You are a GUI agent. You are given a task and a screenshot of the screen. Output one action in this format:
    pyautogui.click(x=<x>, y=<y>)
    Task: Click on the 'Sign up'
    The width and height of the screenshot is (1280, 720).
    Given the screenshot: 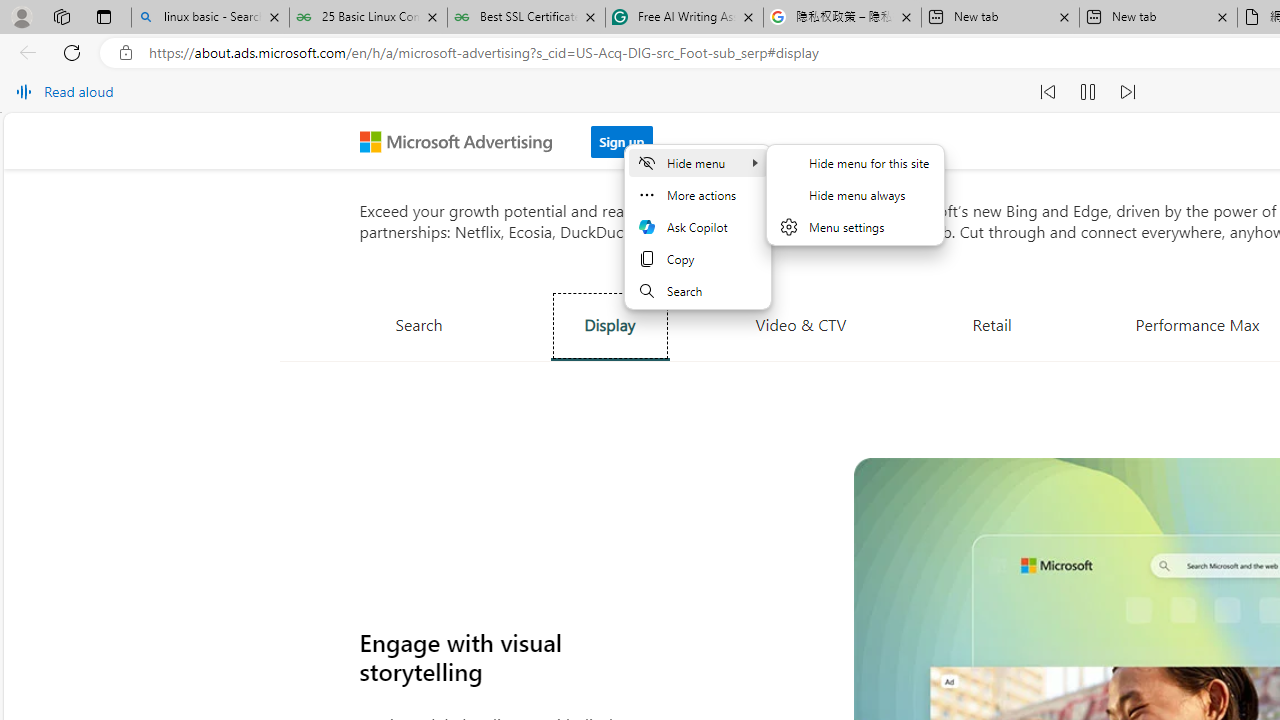 What is the action you would take?
    pyautogui.click(x=621, y=135)
    